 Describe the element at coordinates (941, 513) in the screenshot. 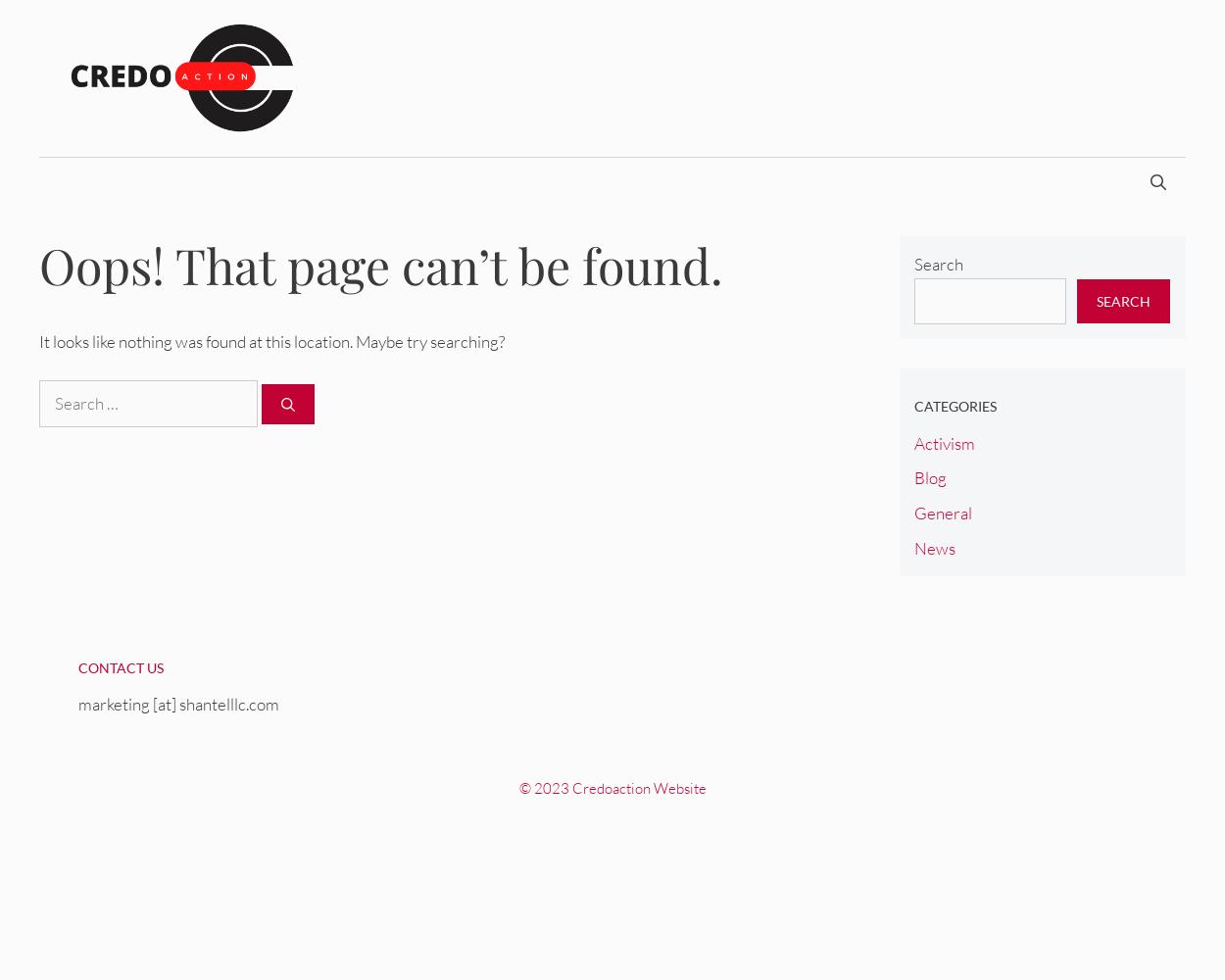

I see `'General'` at that location.